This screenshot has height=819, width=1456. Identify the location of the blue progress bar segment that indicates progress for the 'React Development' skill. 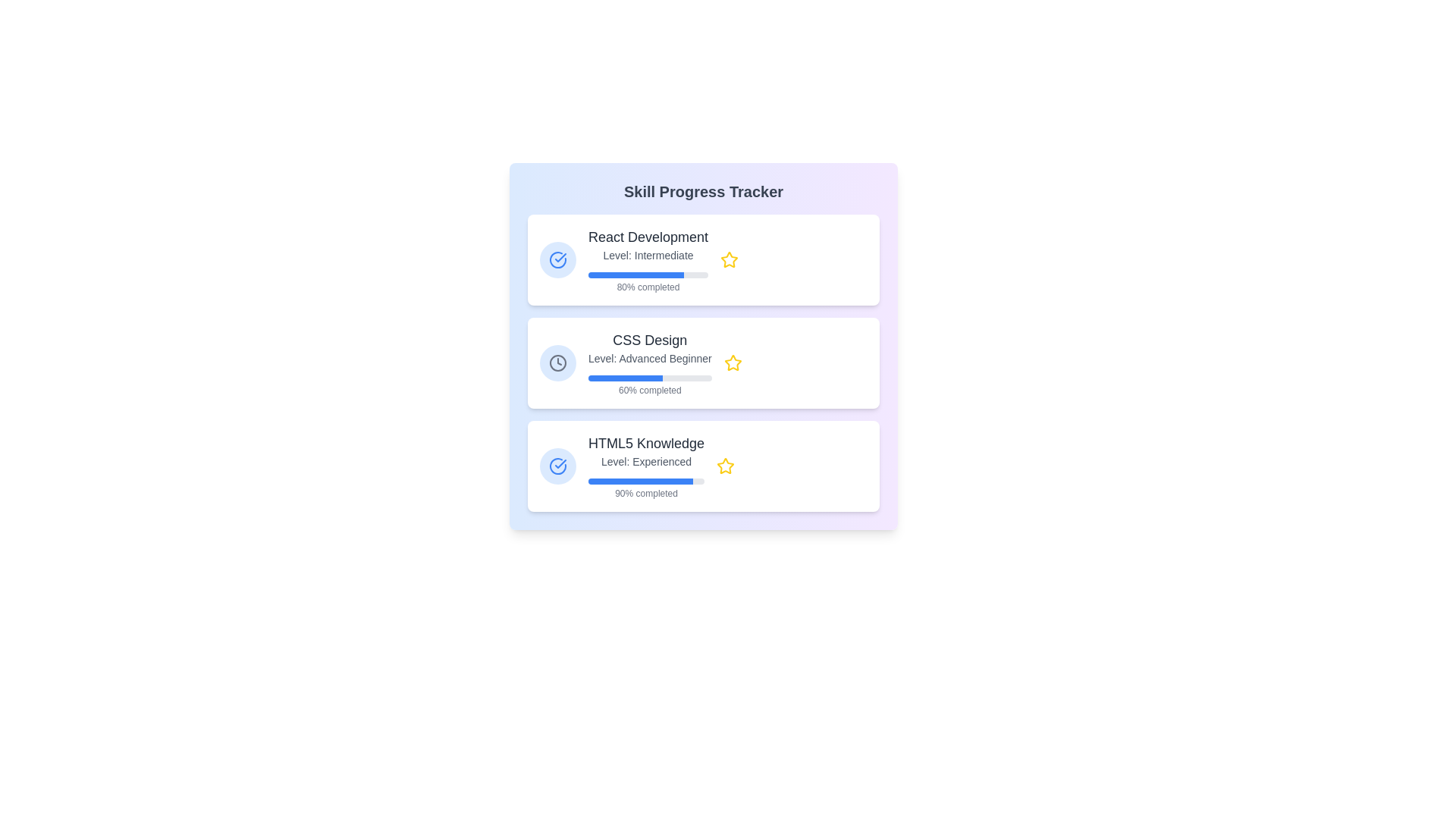
(636, 275).